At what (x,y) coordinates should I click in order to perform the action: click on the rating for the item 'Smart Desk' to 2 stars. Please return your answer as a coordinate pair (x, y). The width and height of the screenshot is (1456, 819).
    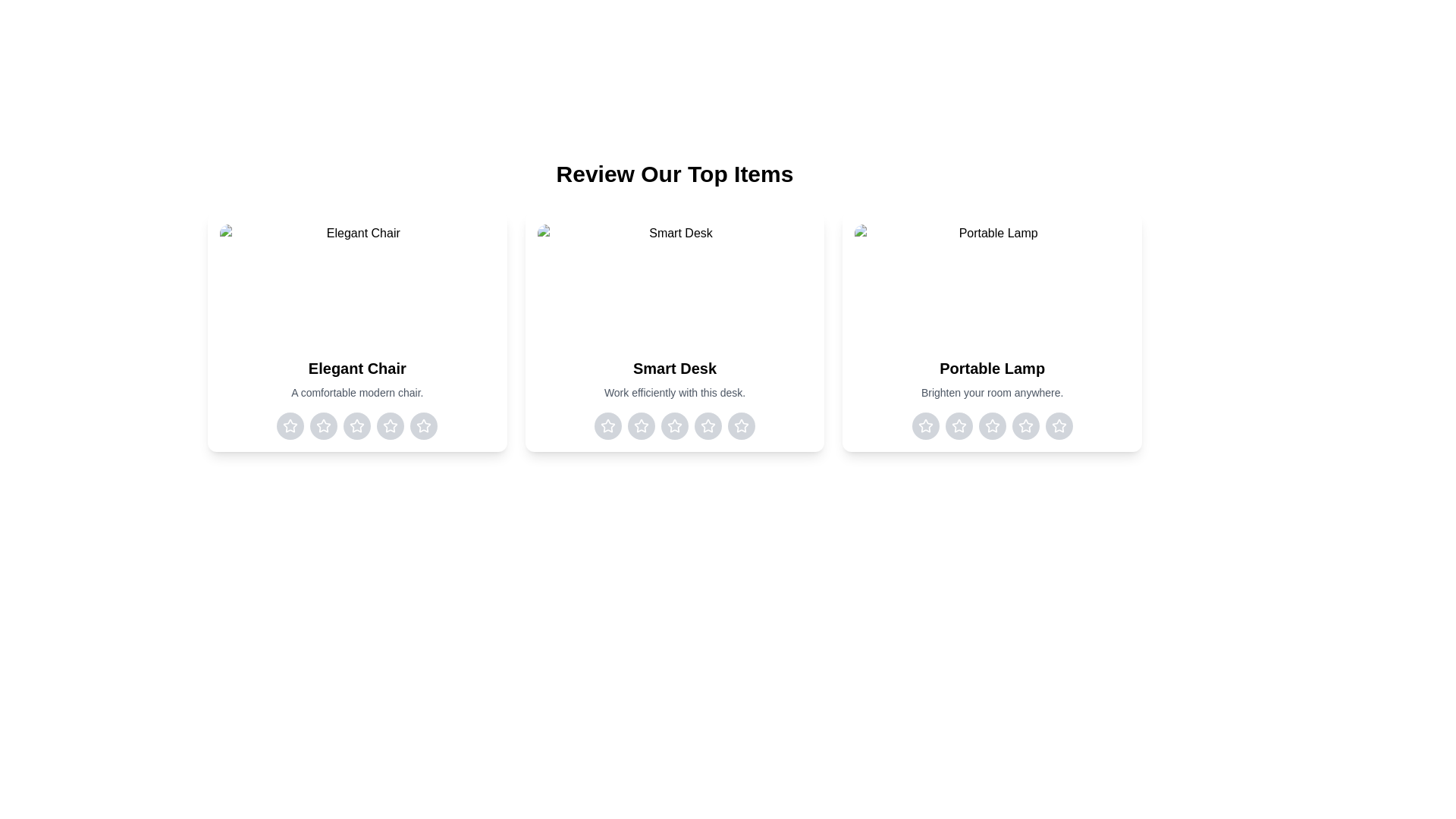
    Looking at the image, I should click on (640, 426).